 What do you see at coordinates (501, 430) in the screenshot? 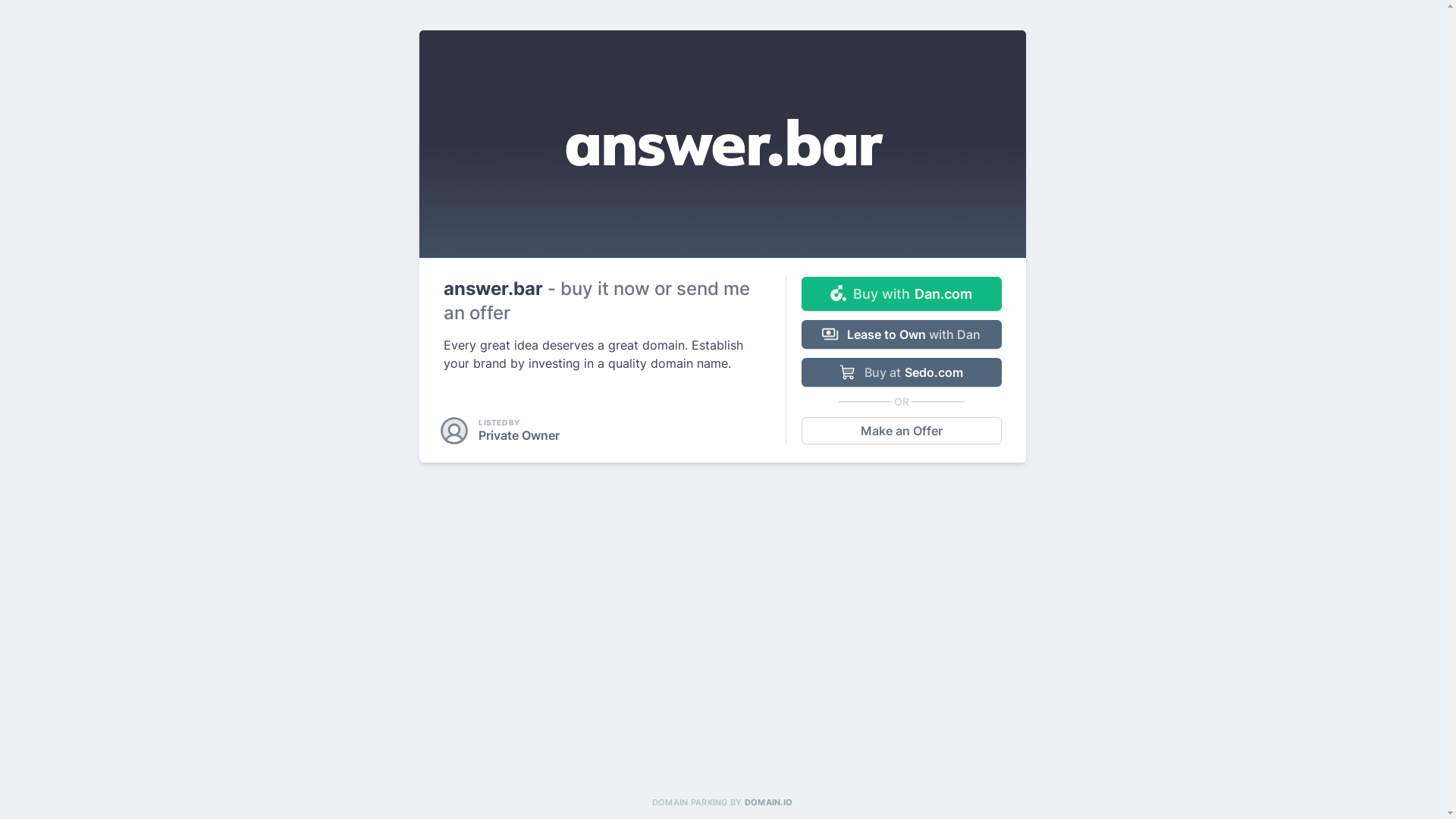
I see `'LISTED BY` at bounding box center [501, 430].